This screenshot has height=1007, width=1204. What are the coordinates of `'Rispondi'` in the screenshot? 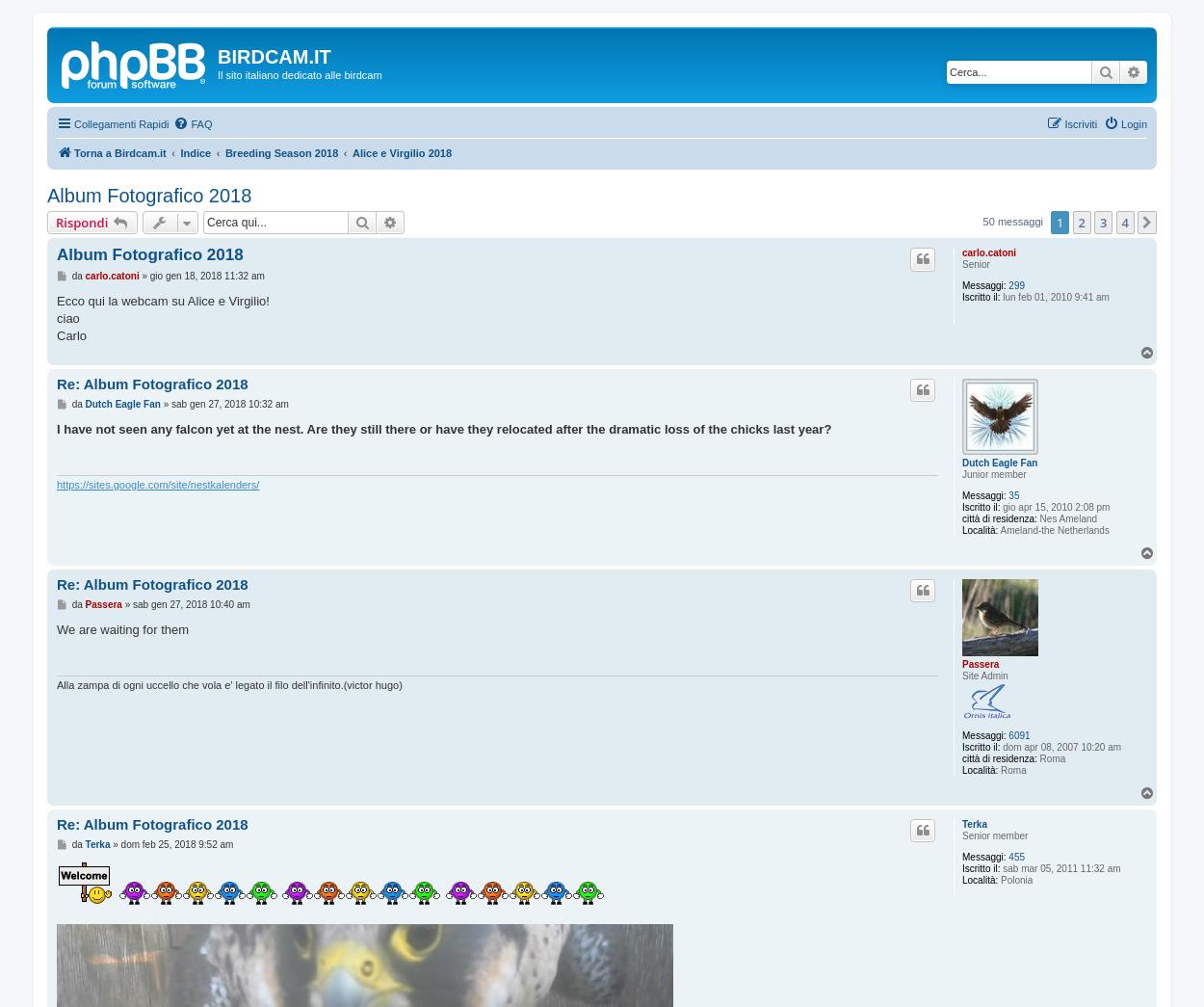 It's located at (81, 223).